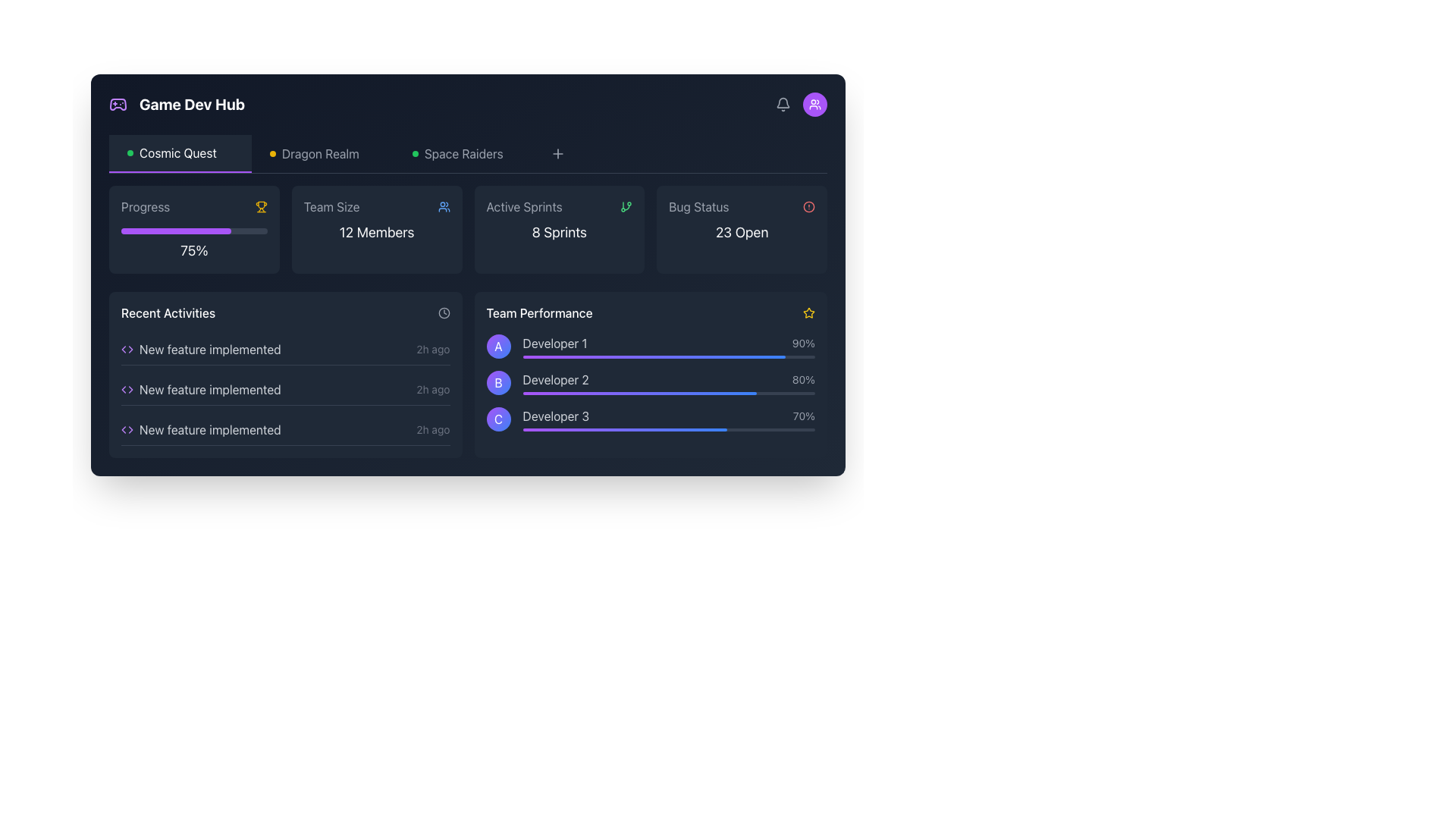 The height and width of the screenshot is (819, 1456). Describe the element at coordinates (498, 346) in the screenshot. I see `the Avatar representing 'Developer 1' in the 'Team Performance' section` at that location.